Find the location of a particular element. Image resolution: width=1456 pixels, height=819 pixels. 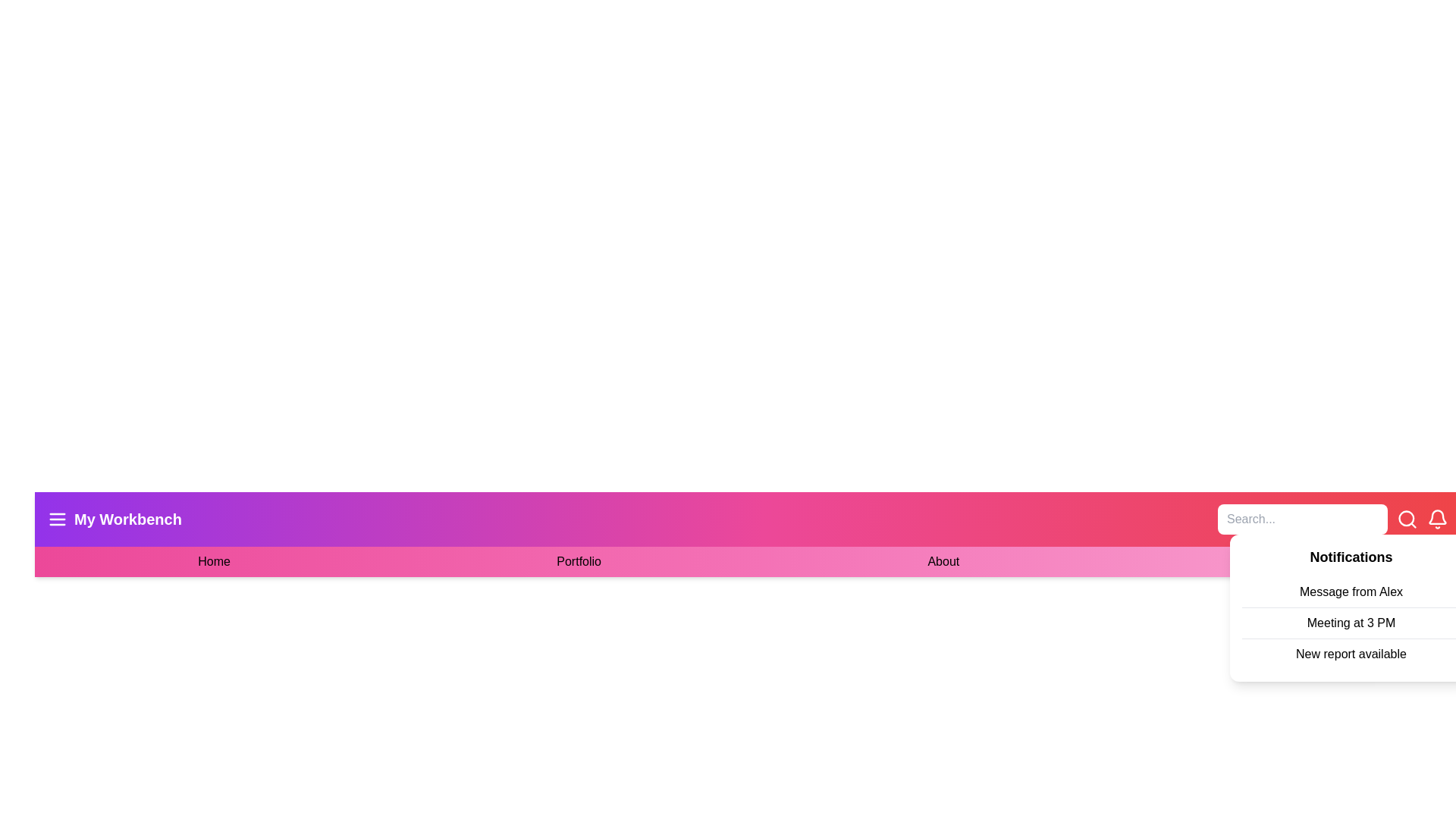

the 'Portfolio' text link in the horizontal navigation bar, which is the second item in a row of four links, styled with a hover effect that underlines the text is located at coordinates (578, 561).